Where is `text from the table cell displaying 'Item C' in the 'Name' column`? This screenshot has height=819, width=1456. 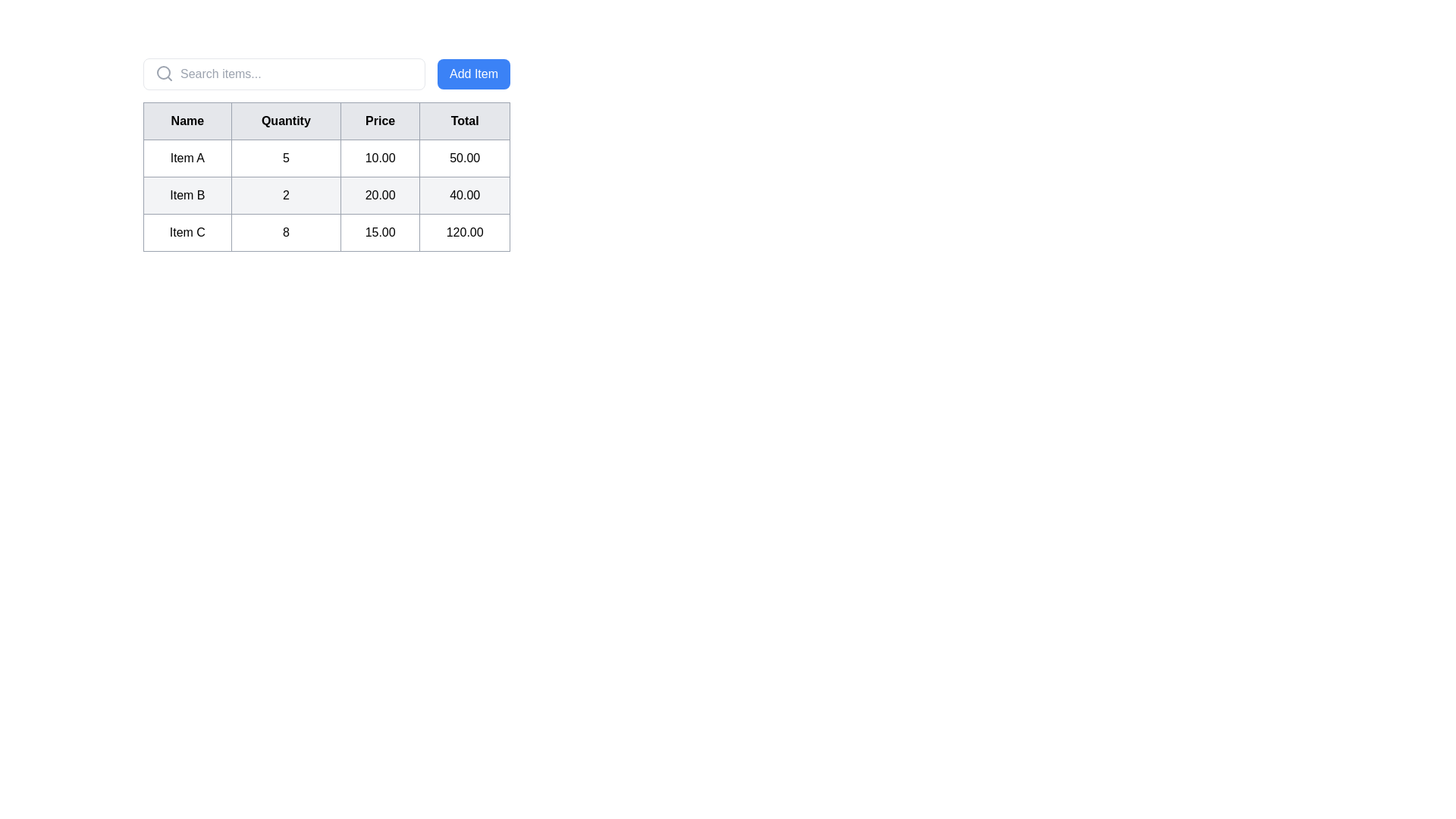 text from the table cell displaying 'Item C' in the 'Name' column is located at coordinates (187, 233).